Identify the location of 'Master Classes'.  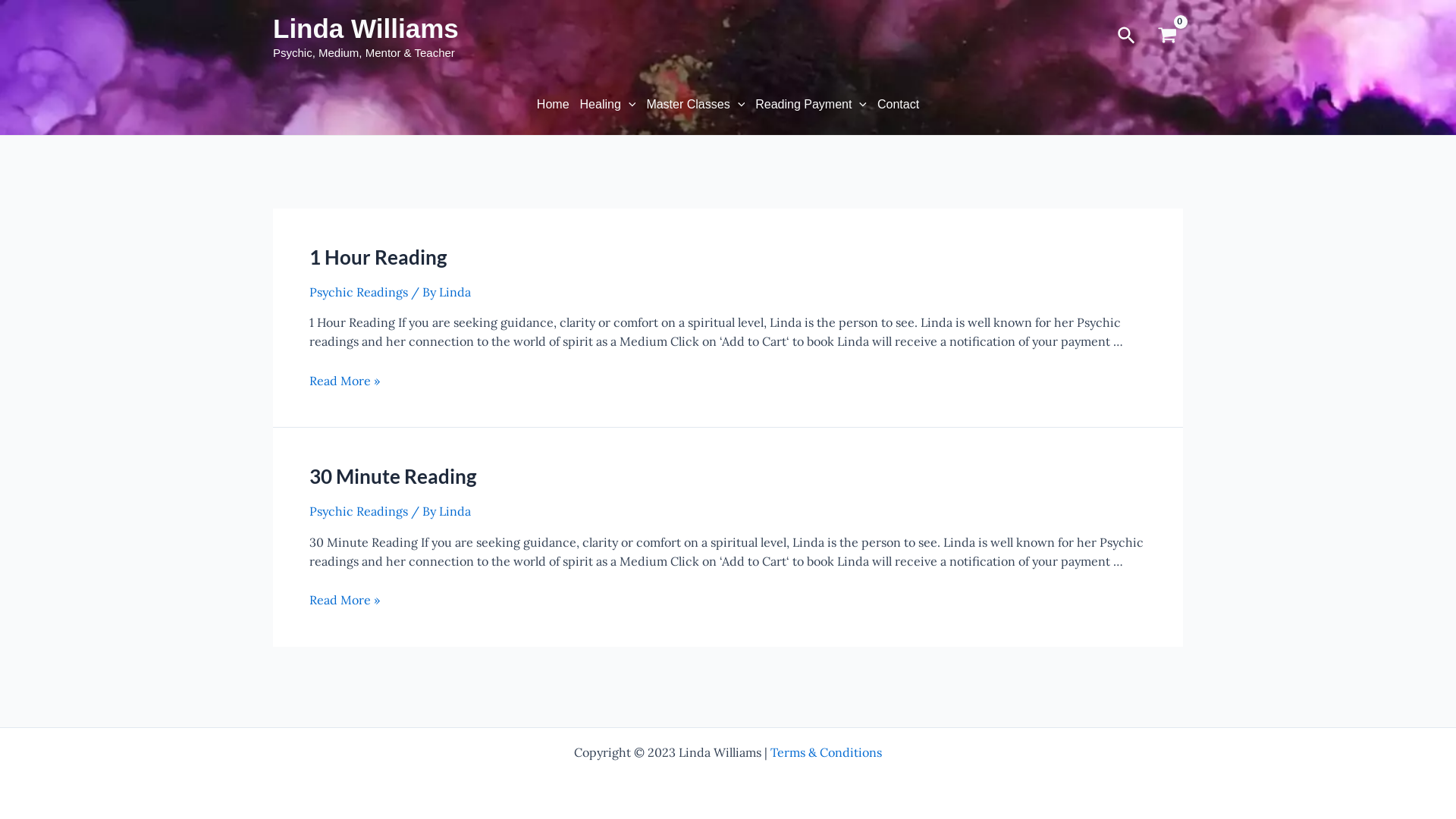
(694, 104).